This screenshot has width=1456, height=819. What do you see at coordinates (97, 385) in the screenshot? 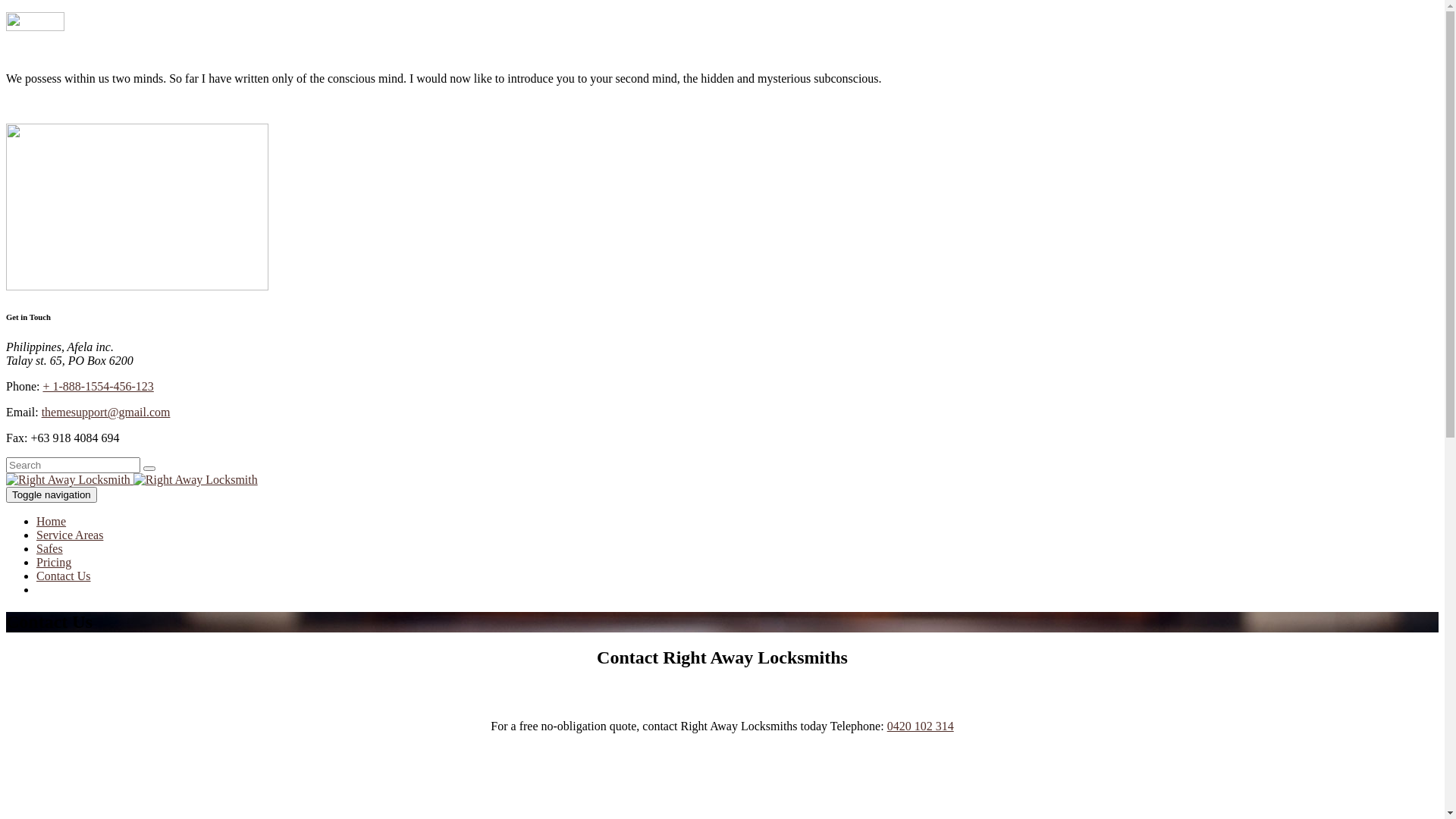
I see `'+ 1-888-1554-456-123'` at bounding box center [97, 385].